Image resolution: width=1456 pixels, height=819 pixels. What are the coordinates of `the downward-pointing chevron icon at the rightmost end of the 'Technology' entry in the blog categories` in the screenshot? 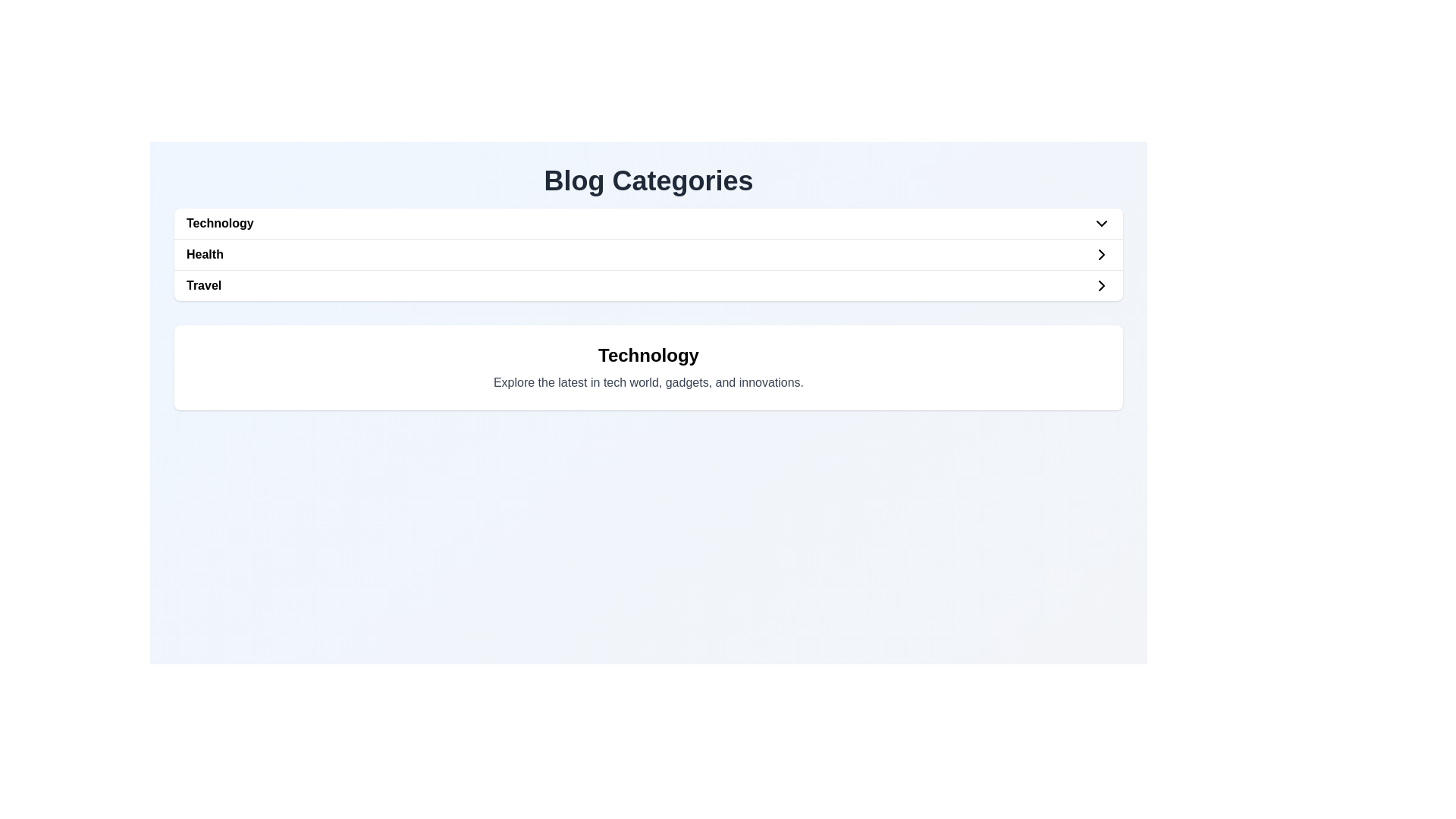 It's located at (1102, 223).